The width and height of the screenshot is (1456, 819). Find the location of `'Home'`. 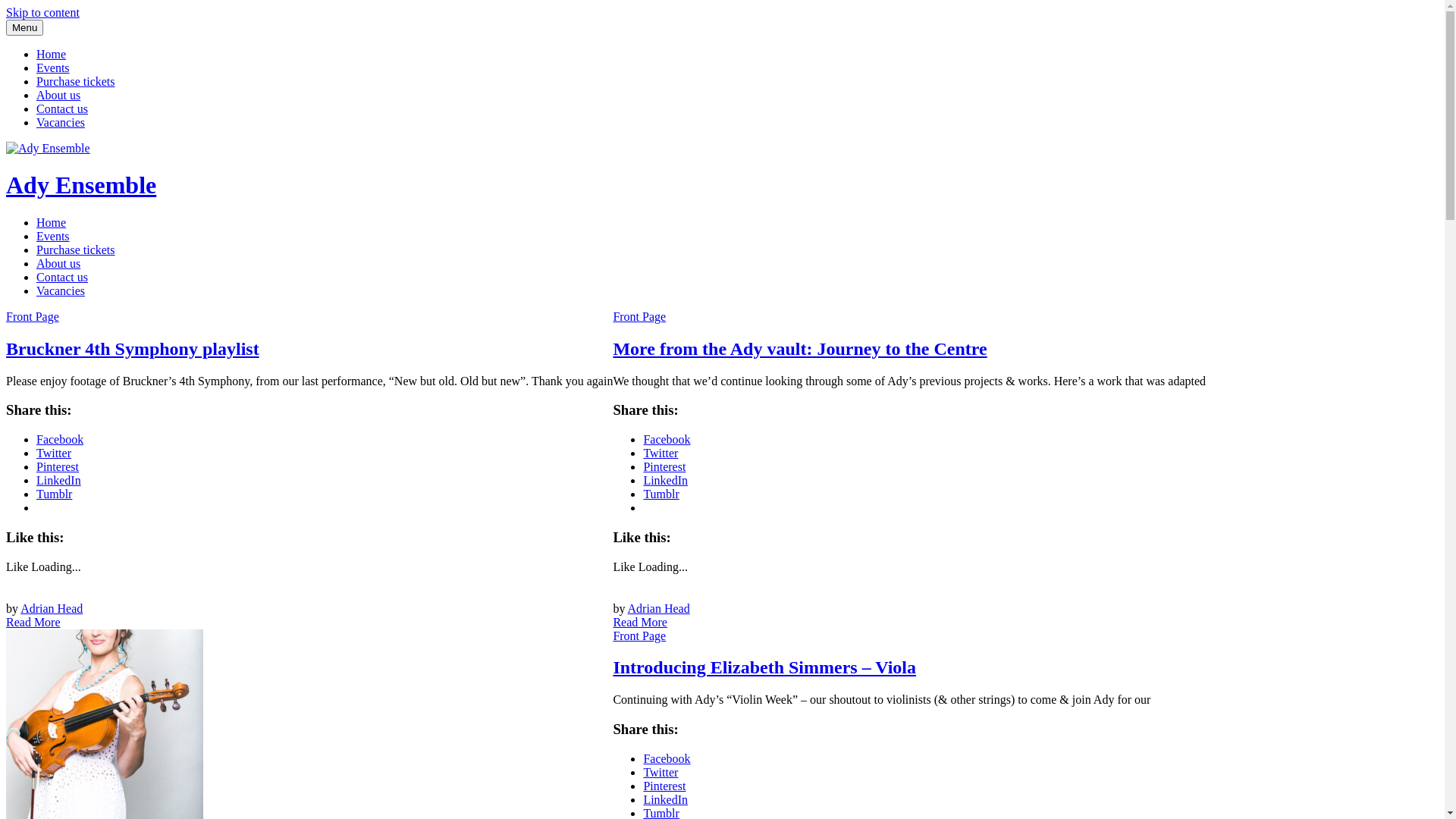

'Home' is located at coordinates (51, 53).